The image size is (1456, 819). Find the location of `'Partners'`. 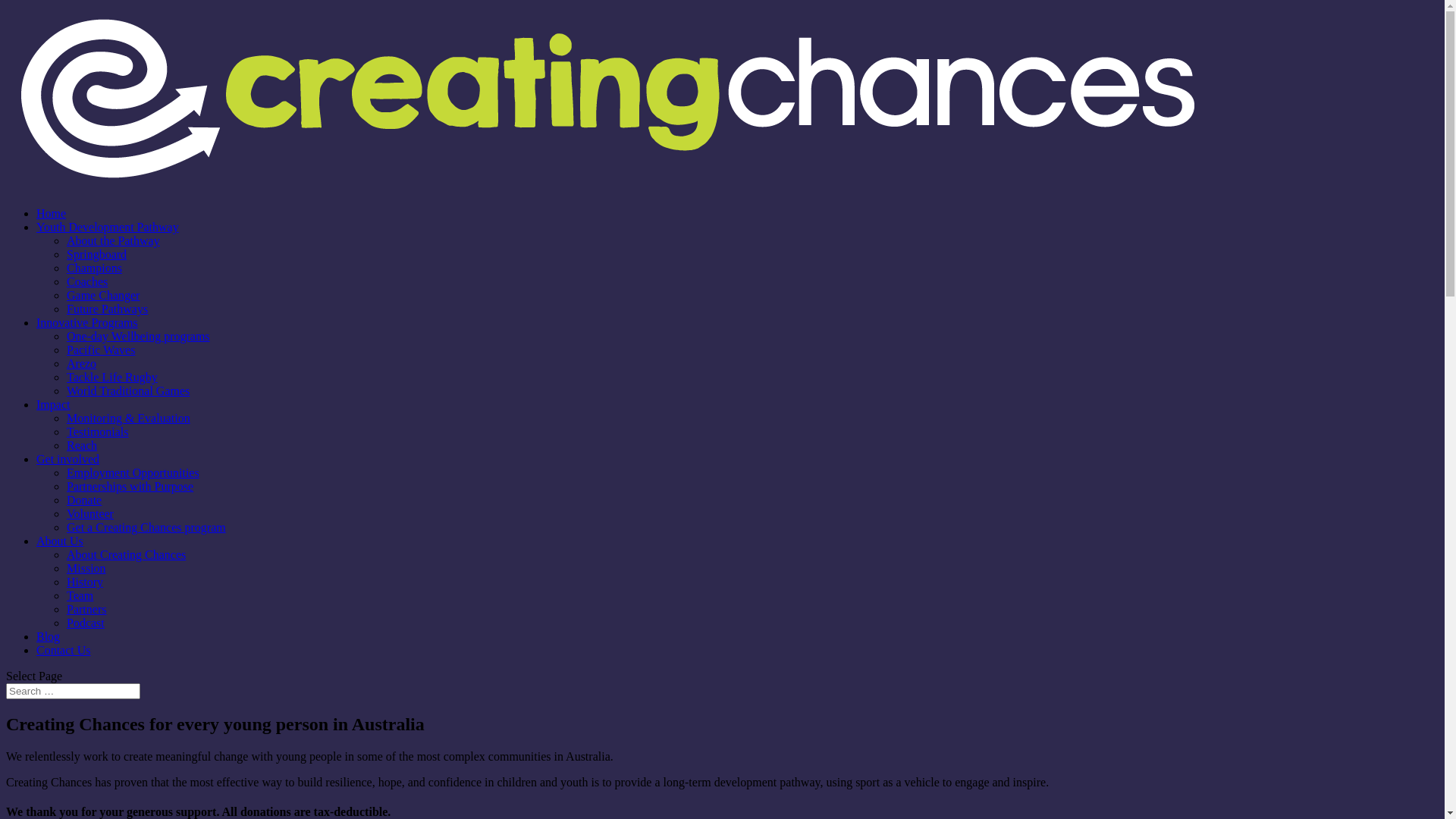

'Partners' is located at coordinates (86, 608).